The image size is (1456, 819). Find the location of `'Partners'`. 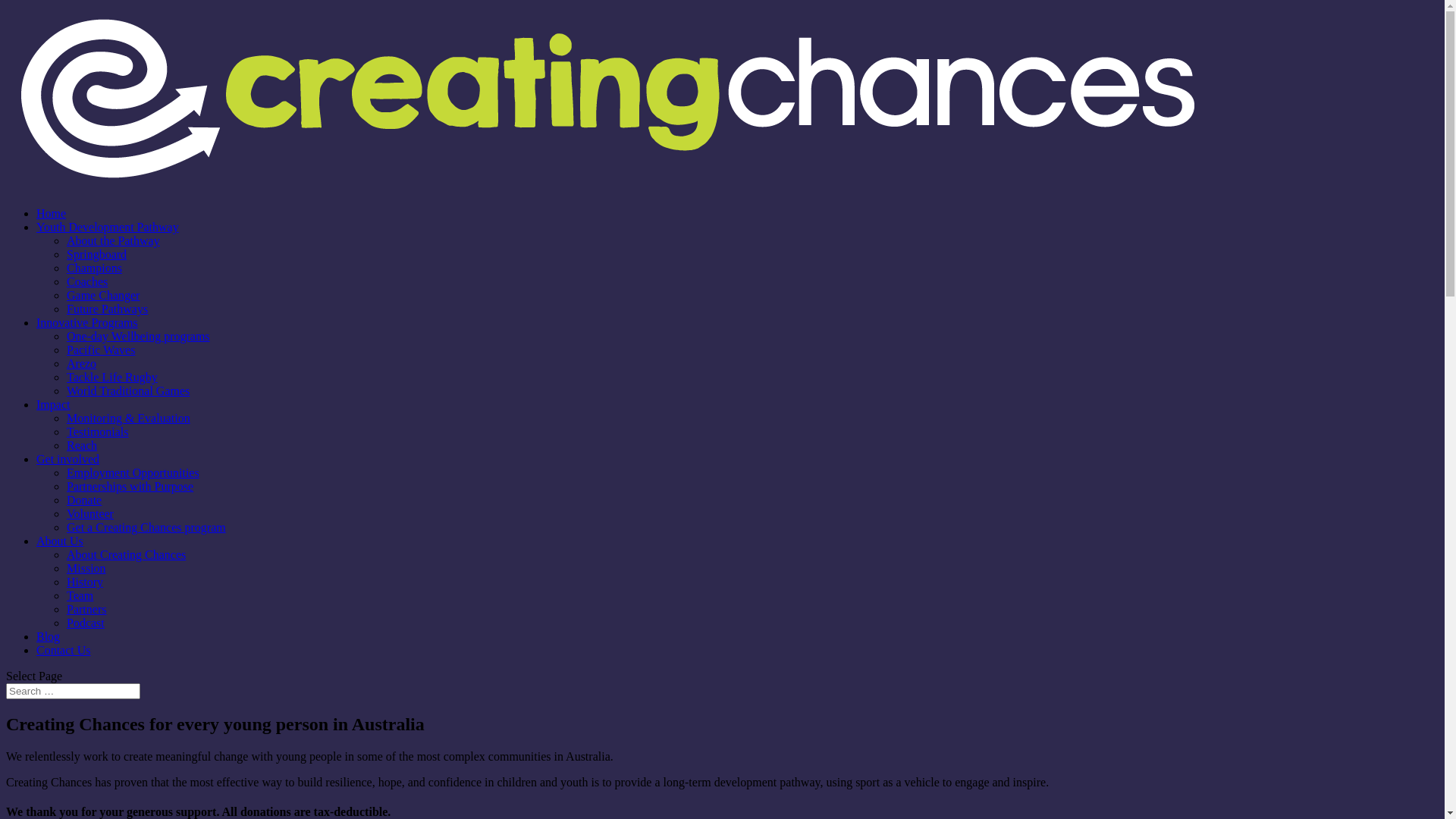

'Partners' is located at coordinates (86, 608).